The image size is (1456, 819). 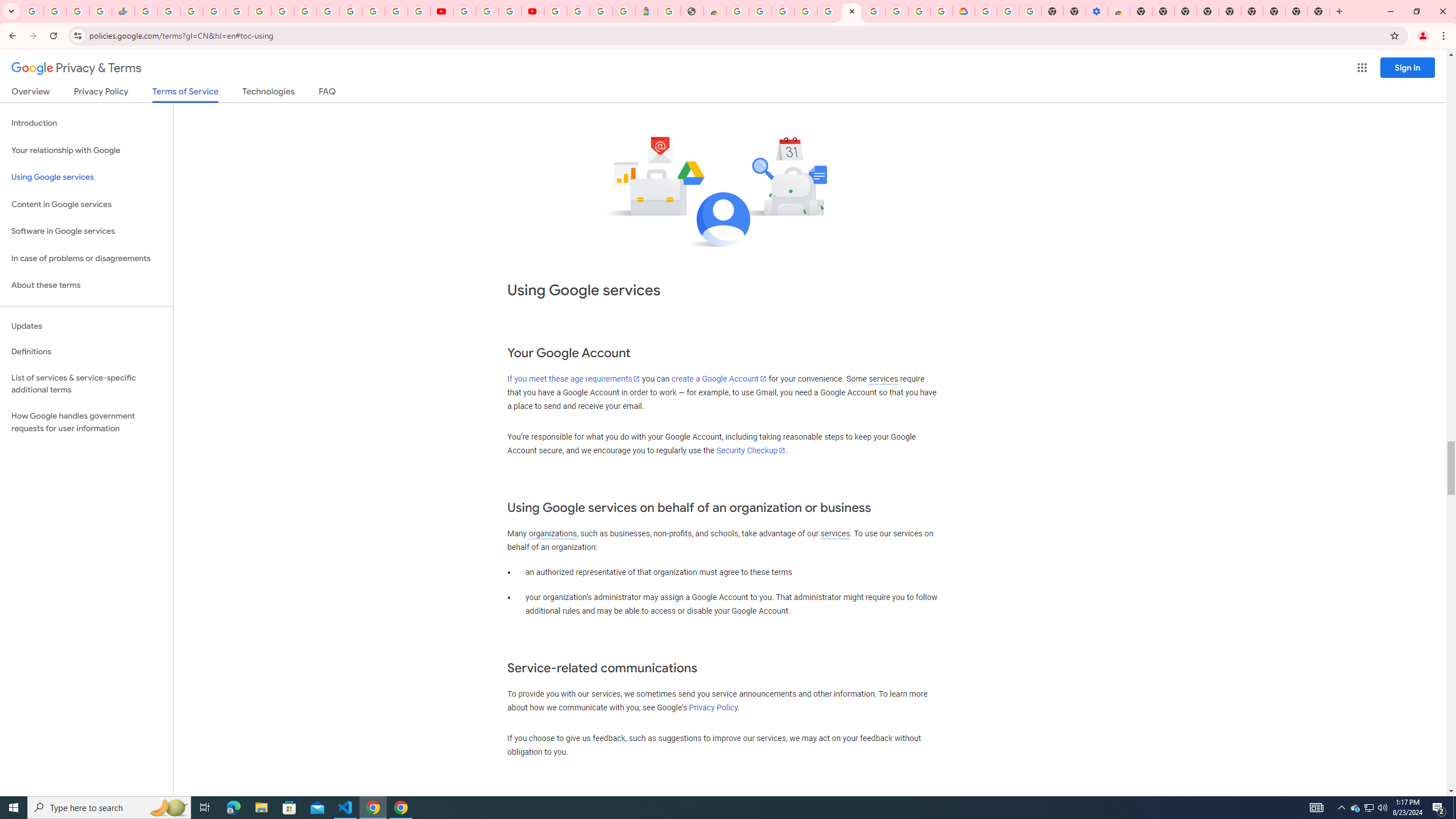 What do you see at coordinates (573, 379) in the screenshot?
I see `'If you meet these age requirements'` at bounding box center [573, 379].